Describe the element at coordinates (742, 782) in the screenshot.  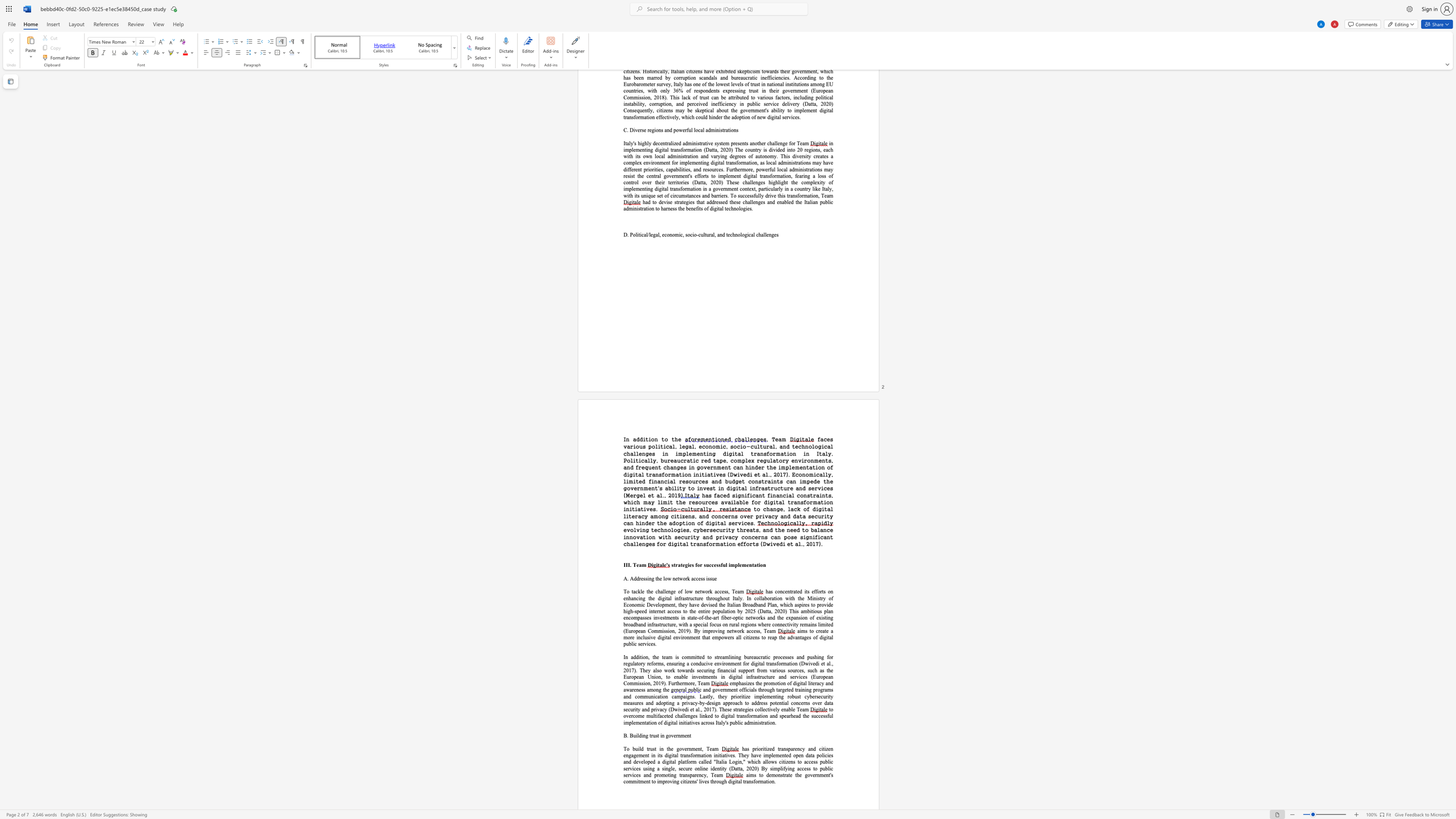
I see `the subset text "transf" within the text "ital transformation."` at that location.